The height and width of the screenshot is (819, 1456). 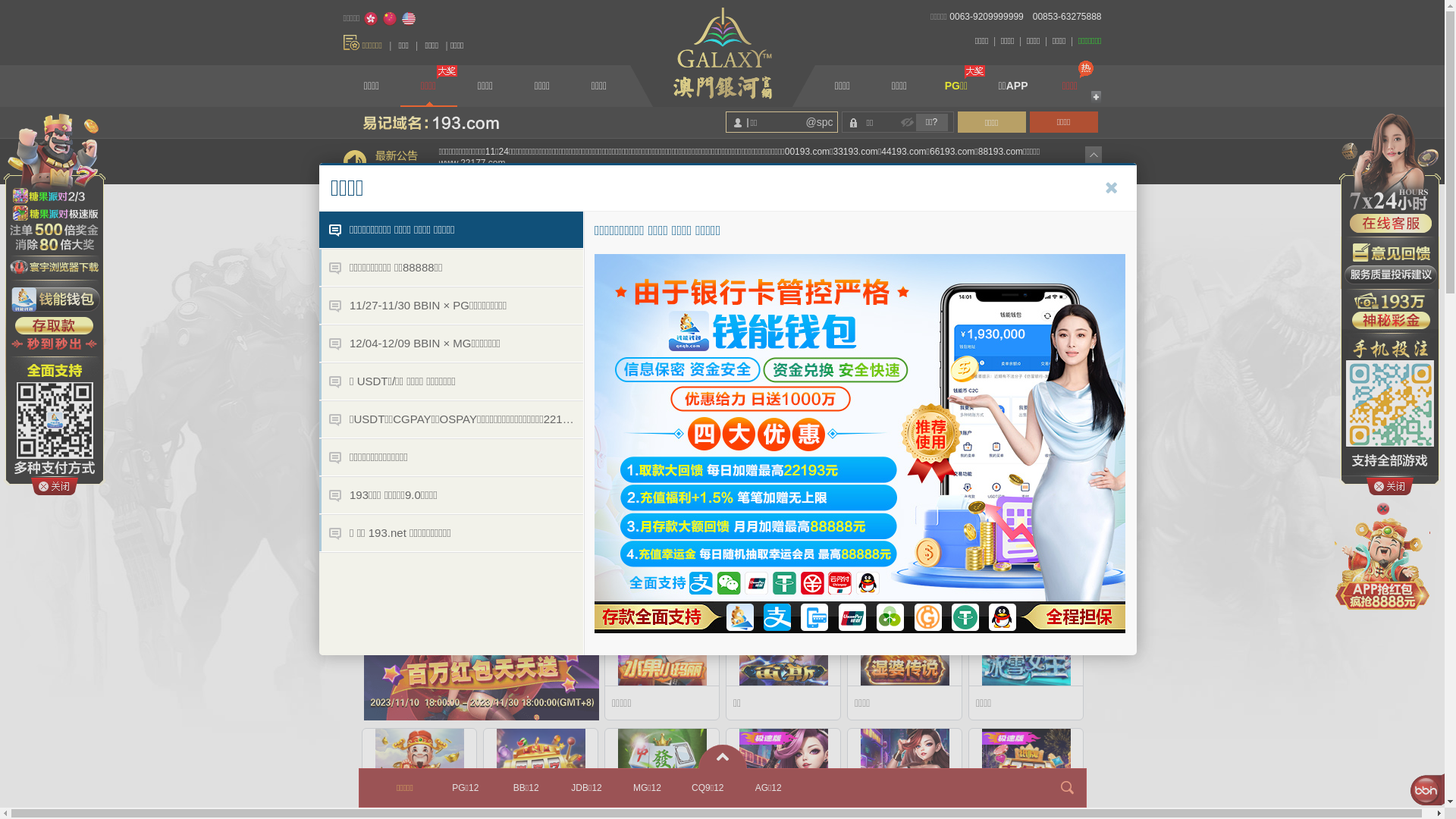 I want to click on 'English', so click(x=400, y=18).